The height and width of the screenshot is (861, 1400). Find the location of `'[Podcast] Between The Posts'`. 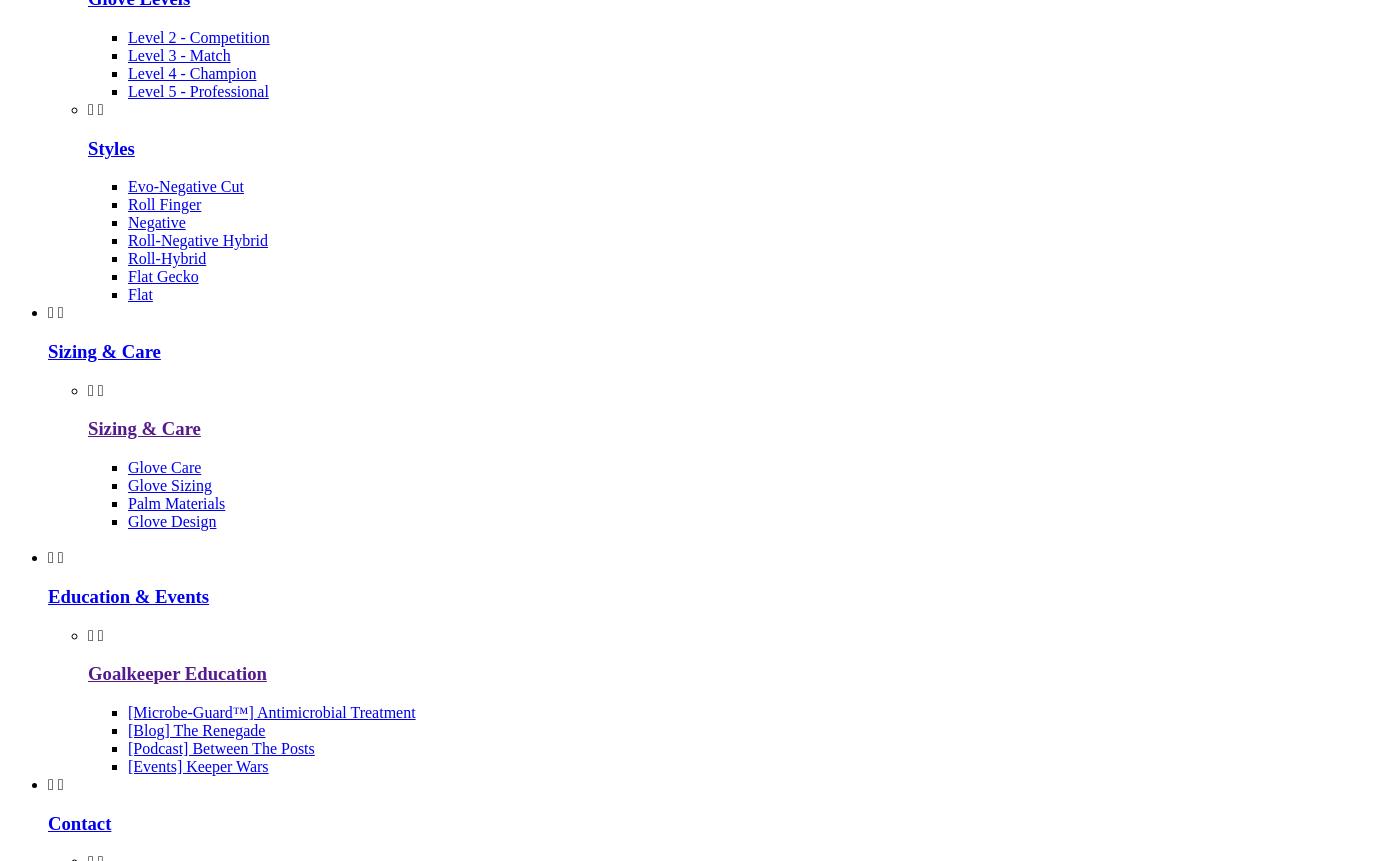

'[Podcast] Between The Posts' is located at coordinates (221, 748).